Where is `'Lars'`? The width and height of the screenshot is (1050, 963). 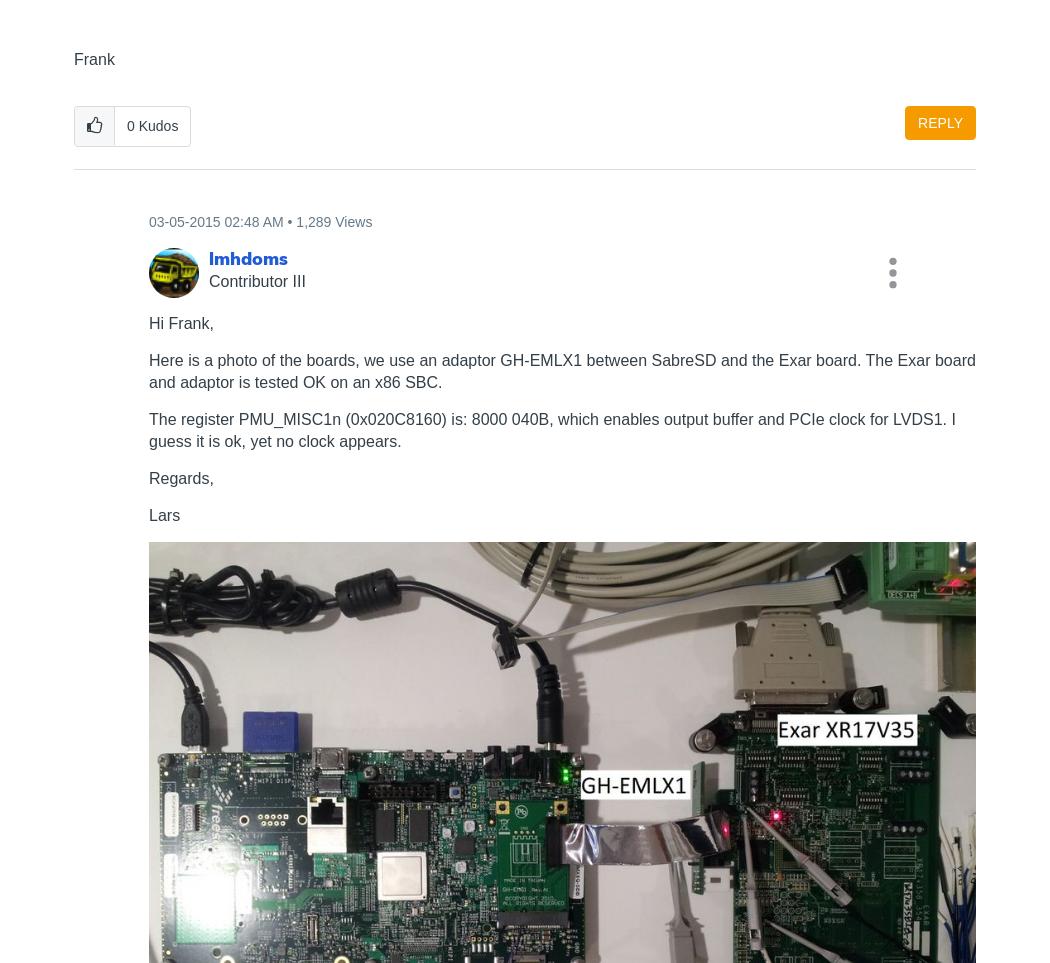 'Lars' is located at coordinates (164, 514).